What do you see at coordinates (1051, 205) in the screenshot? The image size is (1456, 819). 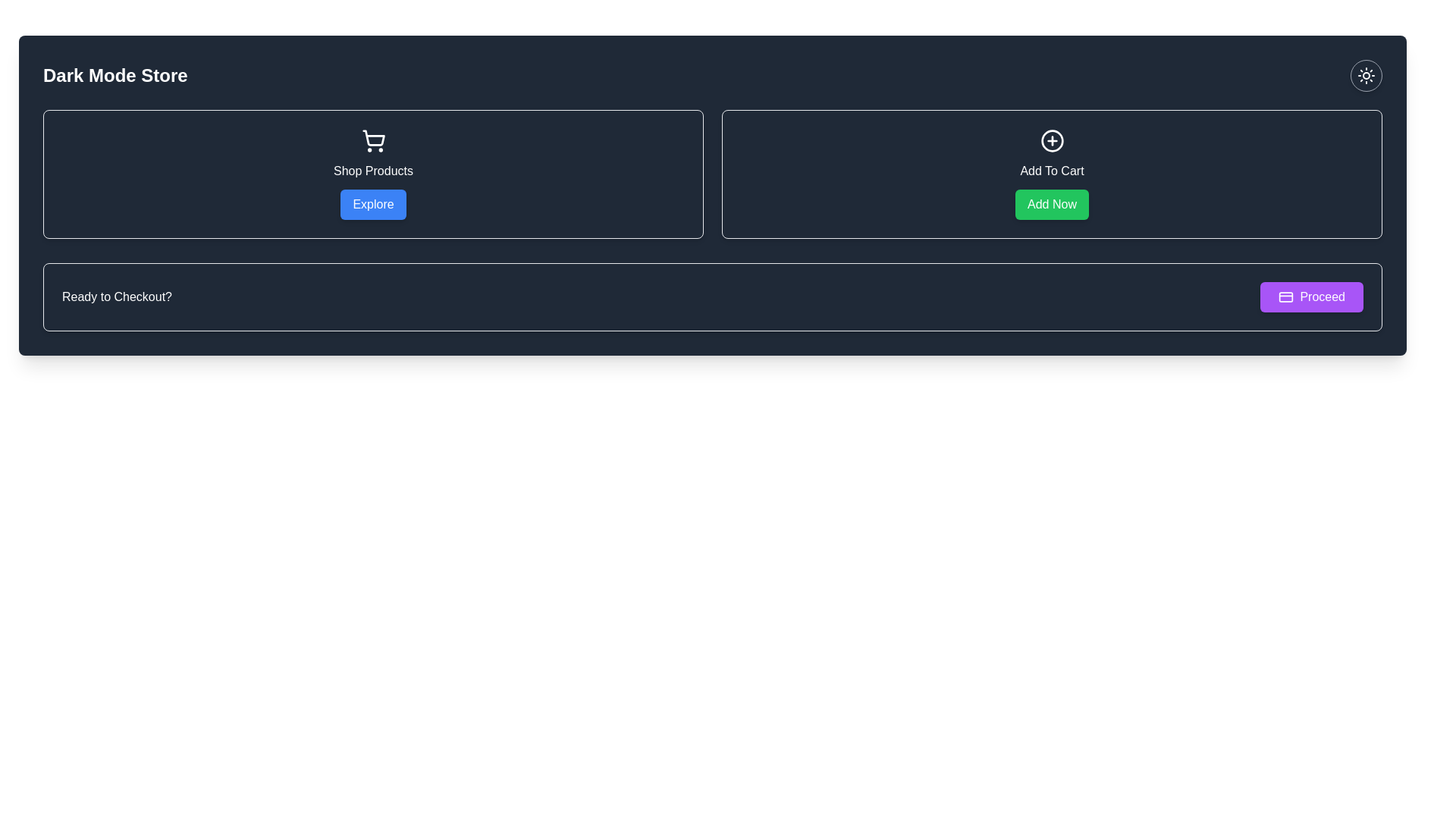 I see `the prominent green 'Add Now' button with white text` at bounding box center [1051, 205].